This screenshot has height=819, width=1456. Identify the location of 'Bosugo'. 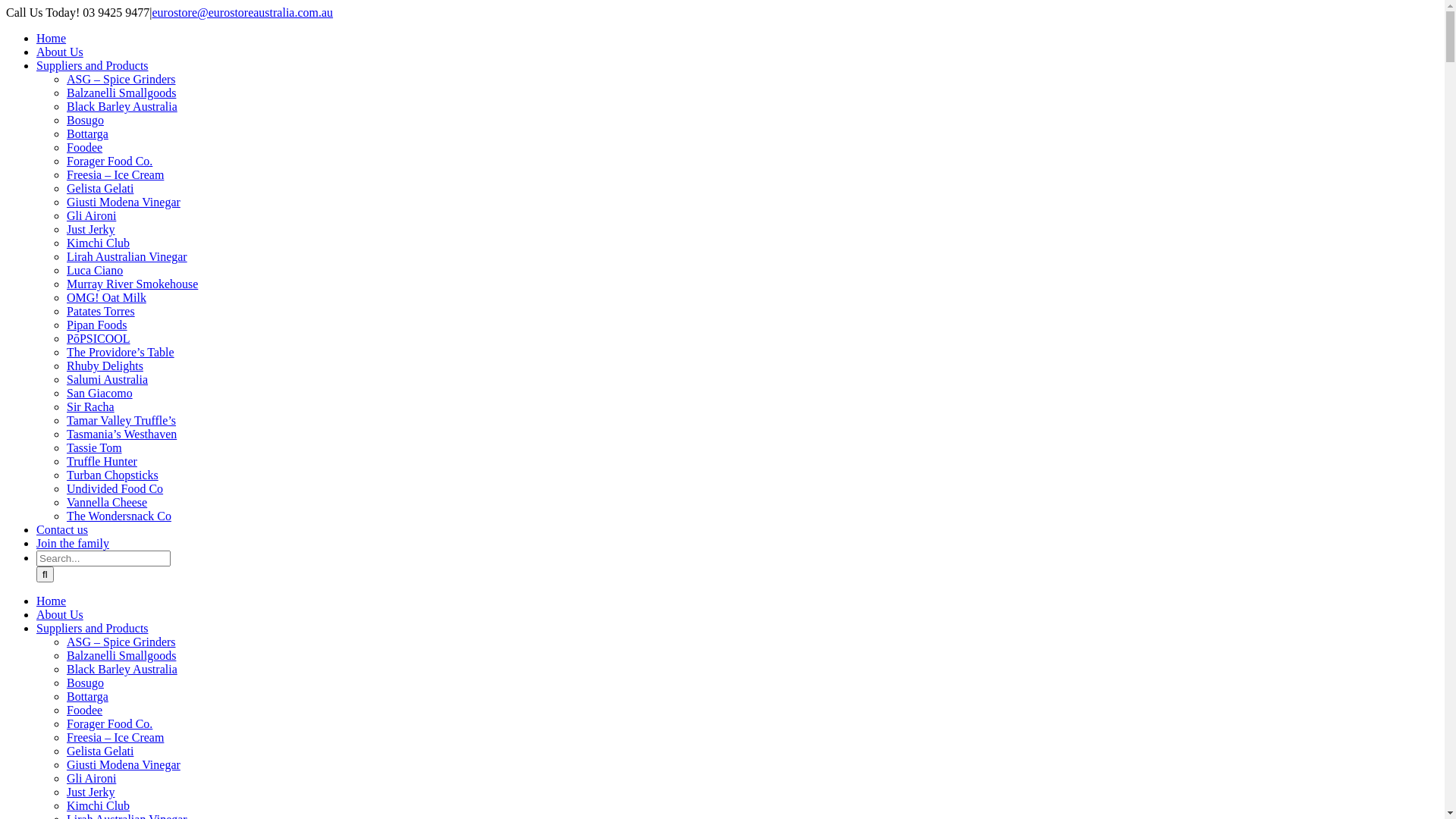
(84, 682).